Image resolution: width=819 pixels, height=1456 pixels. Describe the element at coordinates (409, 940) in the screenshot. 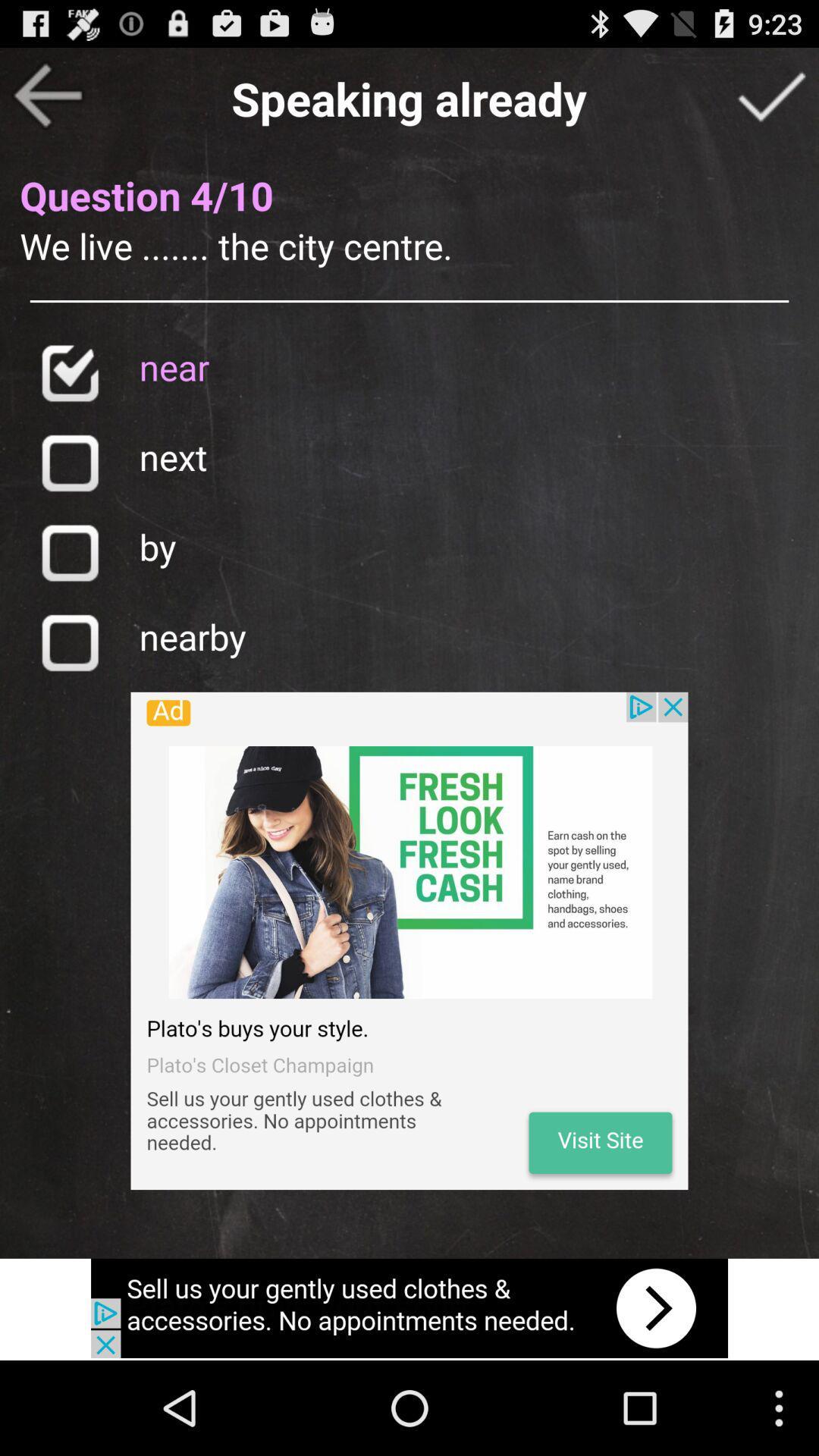

I see `show advertisements` at that location.